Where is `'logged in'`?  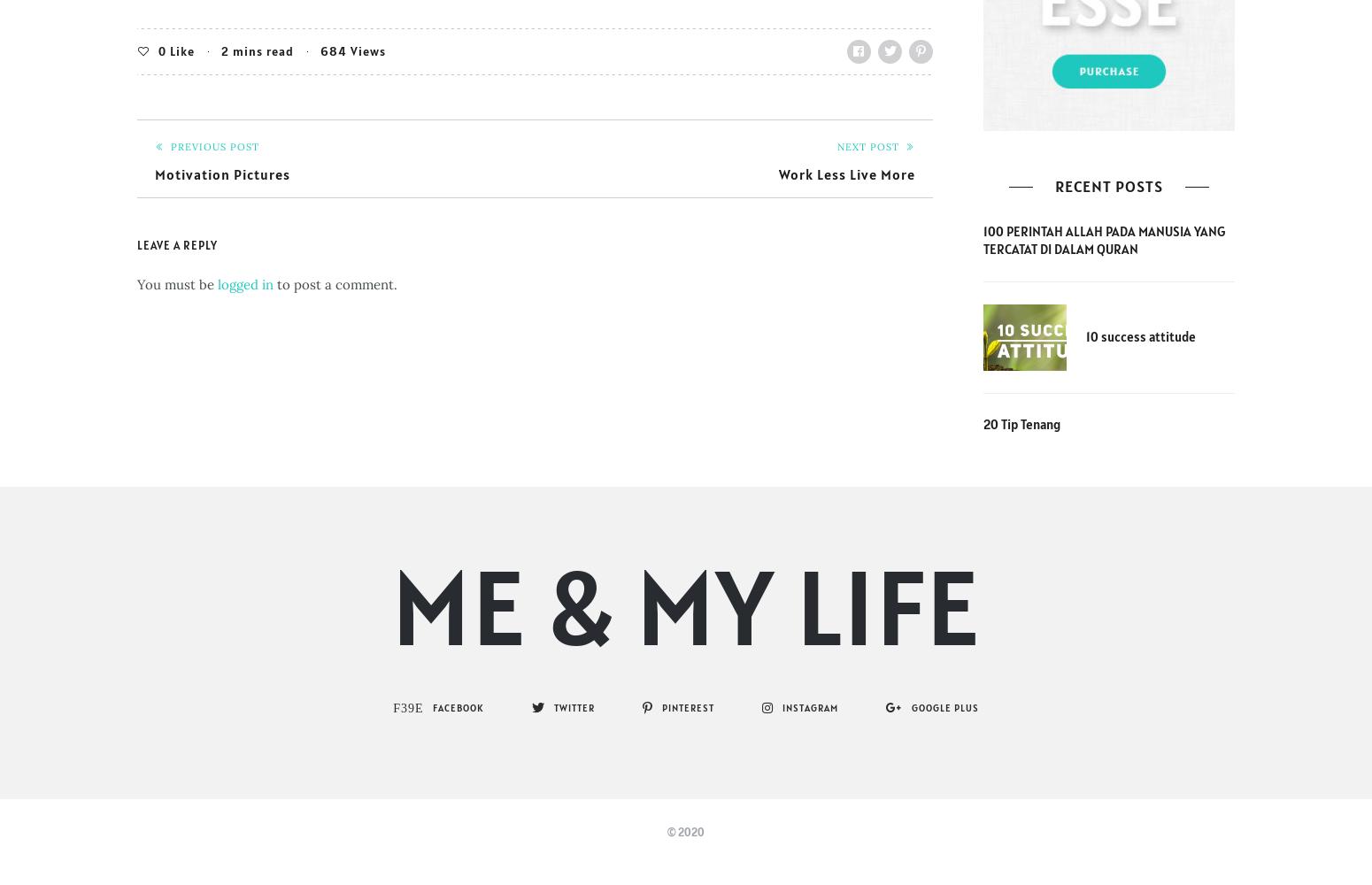 'logged in' is located at coordinates (245, 282).